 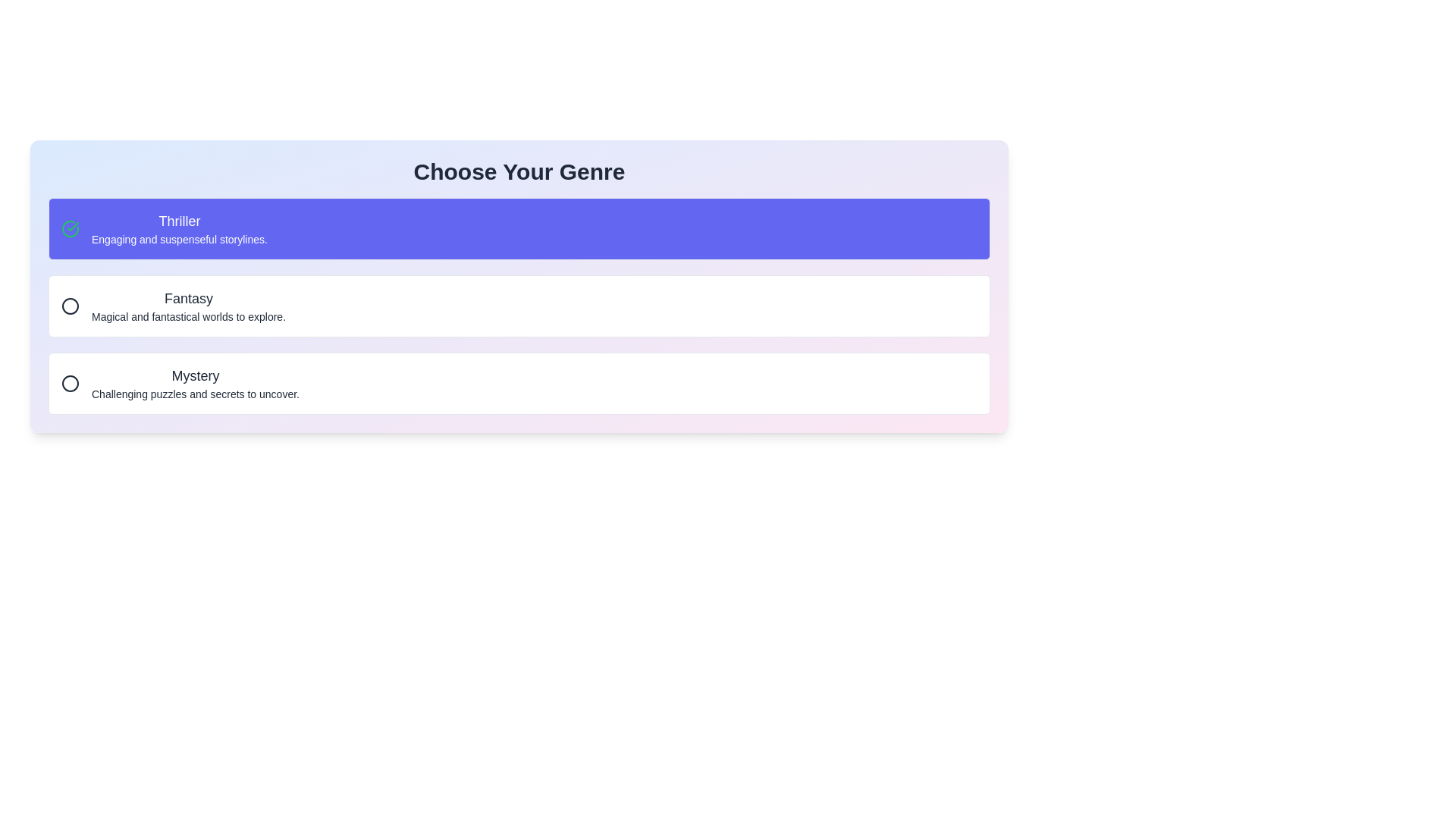 I want to click on the static text label displaying the word 'Mystery', which is prominently styled in bold and dark color, located centrally in the third option of the genre list, so click(x=195, y=375).